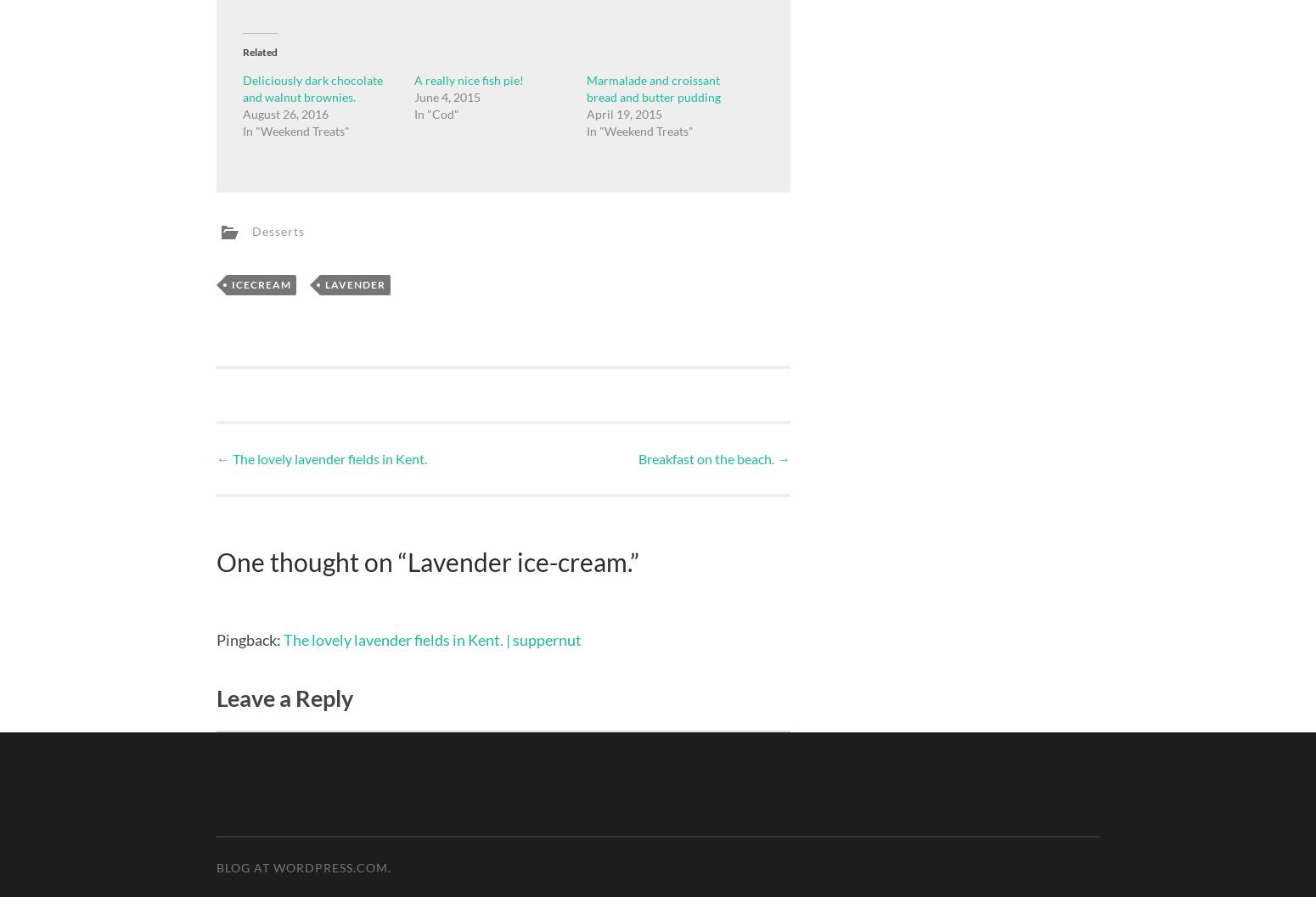 The height and width of the screenshot is (897, 1316). I want to click on 'One thought on “', so click(311, 561).